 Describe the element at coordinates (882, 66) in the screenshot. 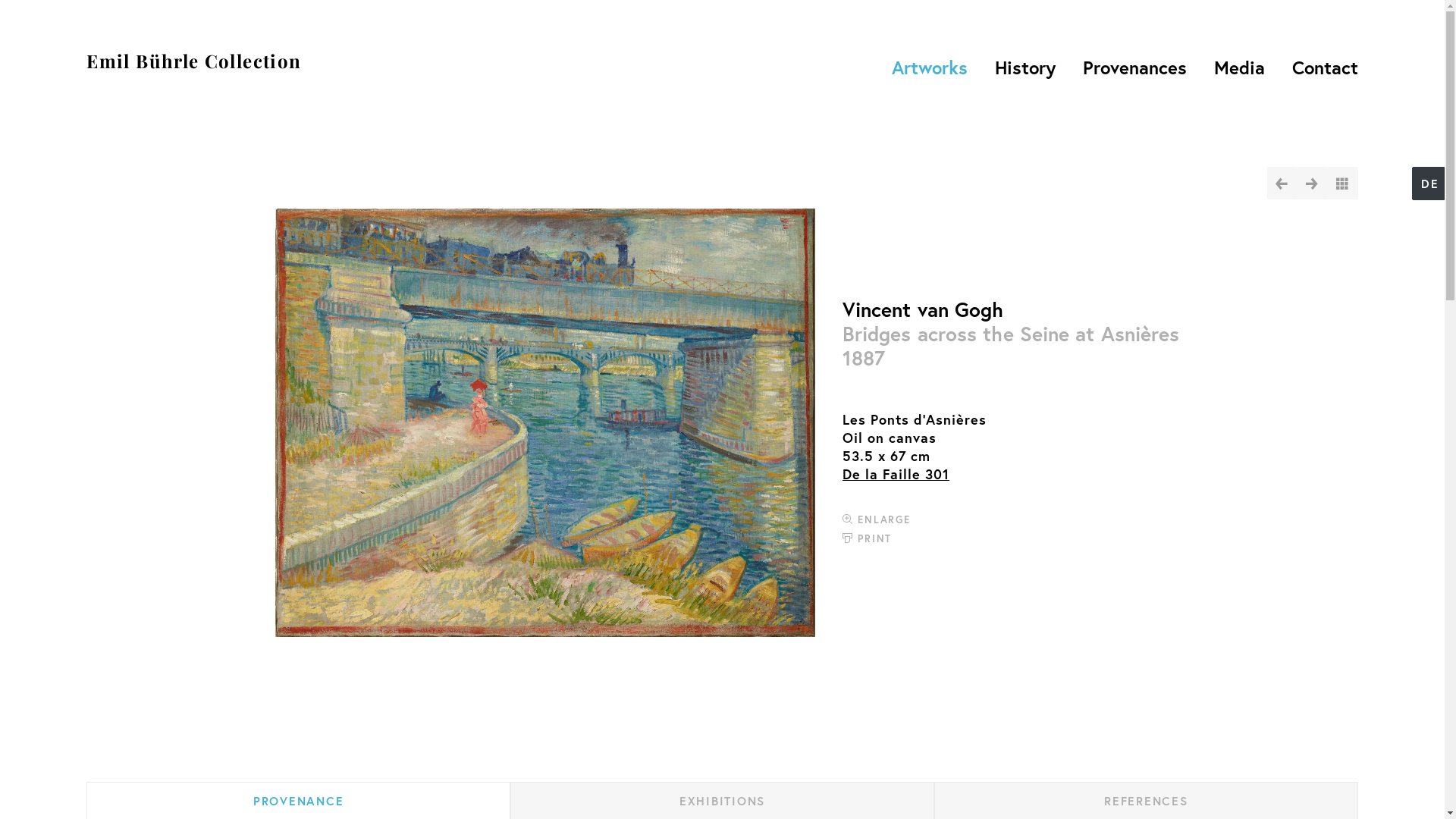

I see `'Artworks'` at that location.